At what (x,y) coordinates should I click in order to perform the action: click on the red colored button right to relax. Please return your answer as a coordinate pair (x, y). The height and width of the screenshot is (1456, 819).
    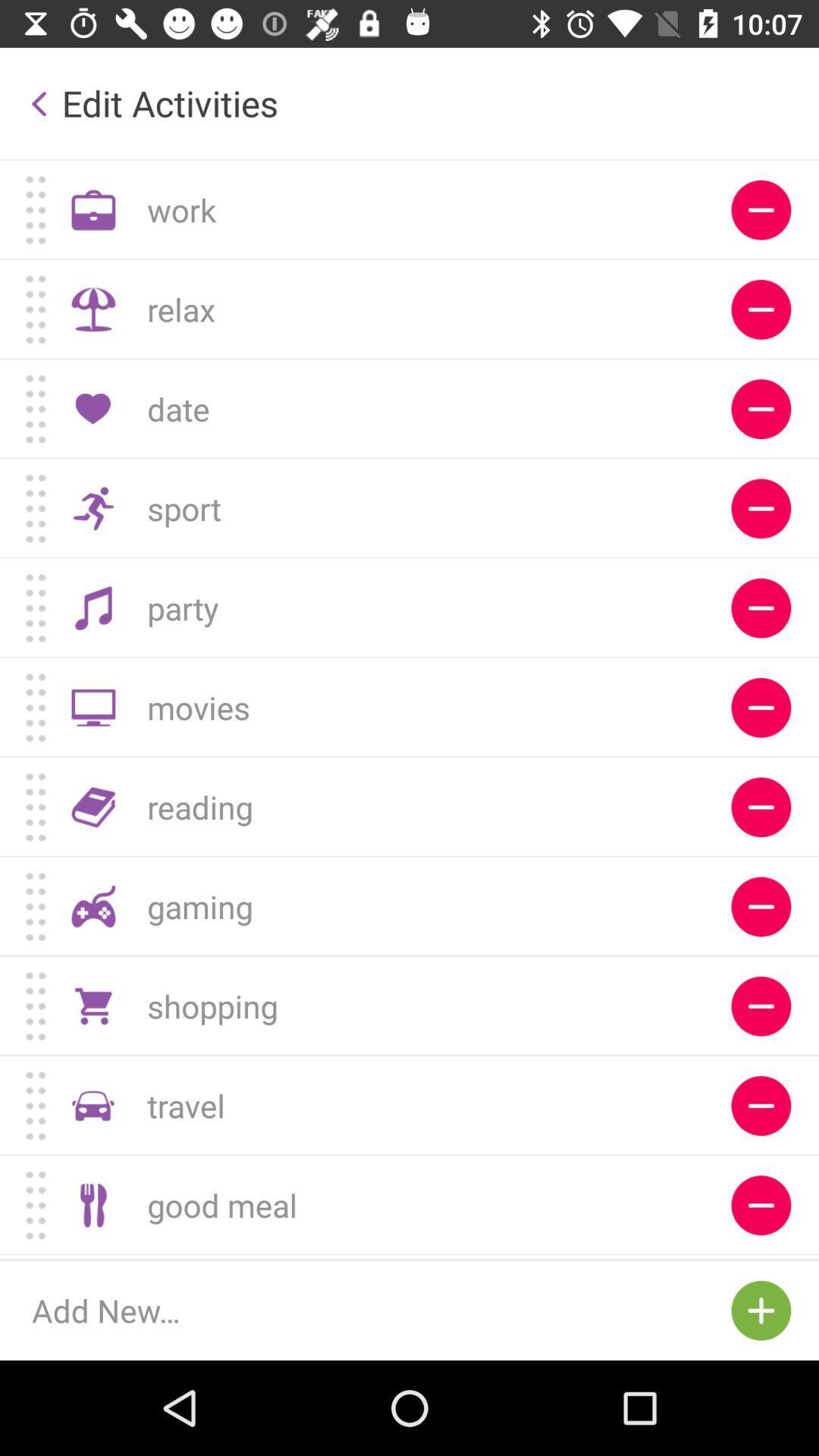
    Looking at the image, I should click on (761, 309).